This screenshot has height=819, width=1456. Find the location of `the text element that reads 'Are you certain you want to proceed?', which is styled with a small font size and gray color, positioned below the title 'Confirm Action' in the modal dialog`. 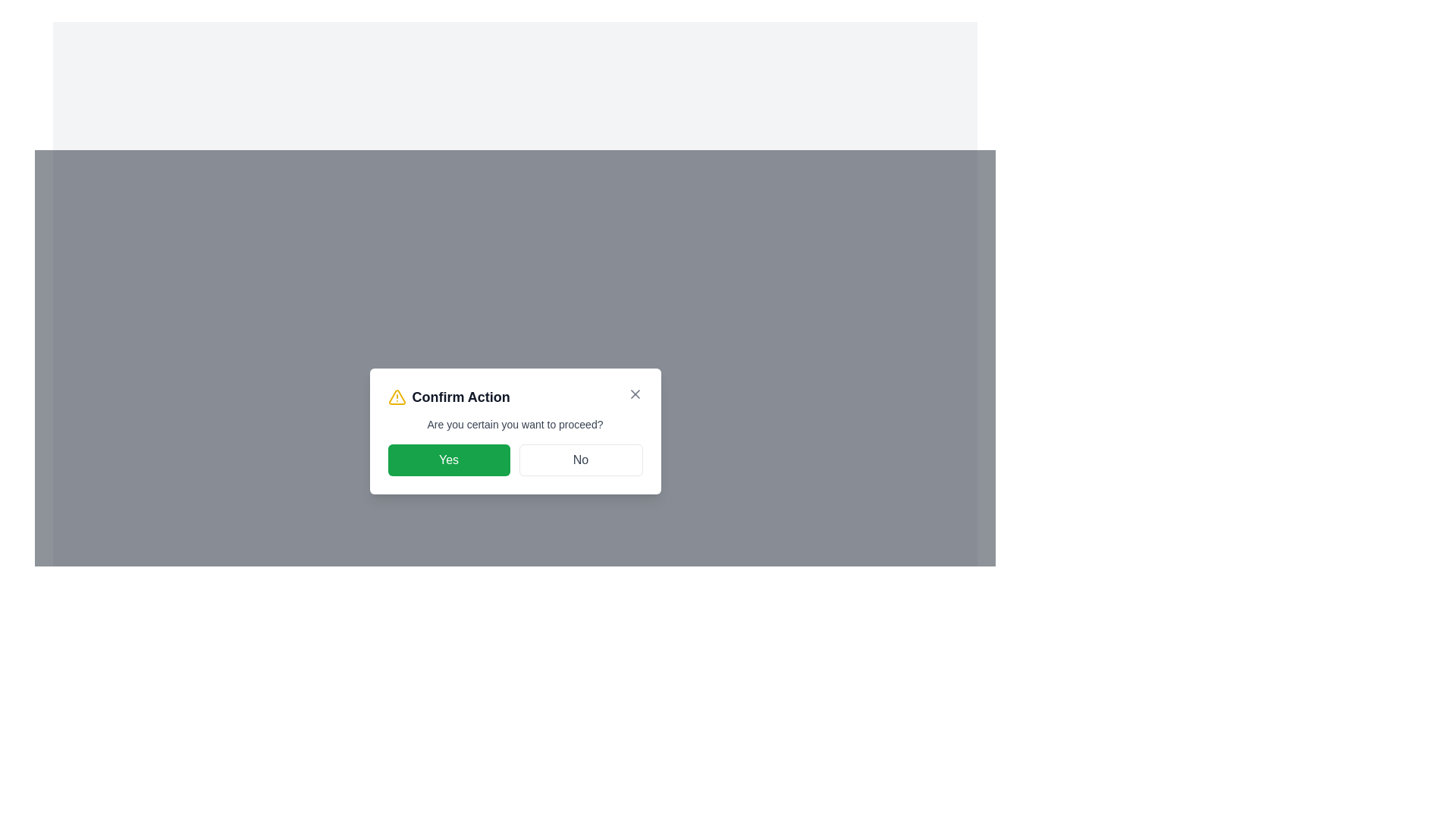

the text element that reads 'Are you certain you want to proceed?', which is styled with a small font size and gray color, positioned below the title 'Confirm Action' in the modal dialog is located at coordinates (515, 424).